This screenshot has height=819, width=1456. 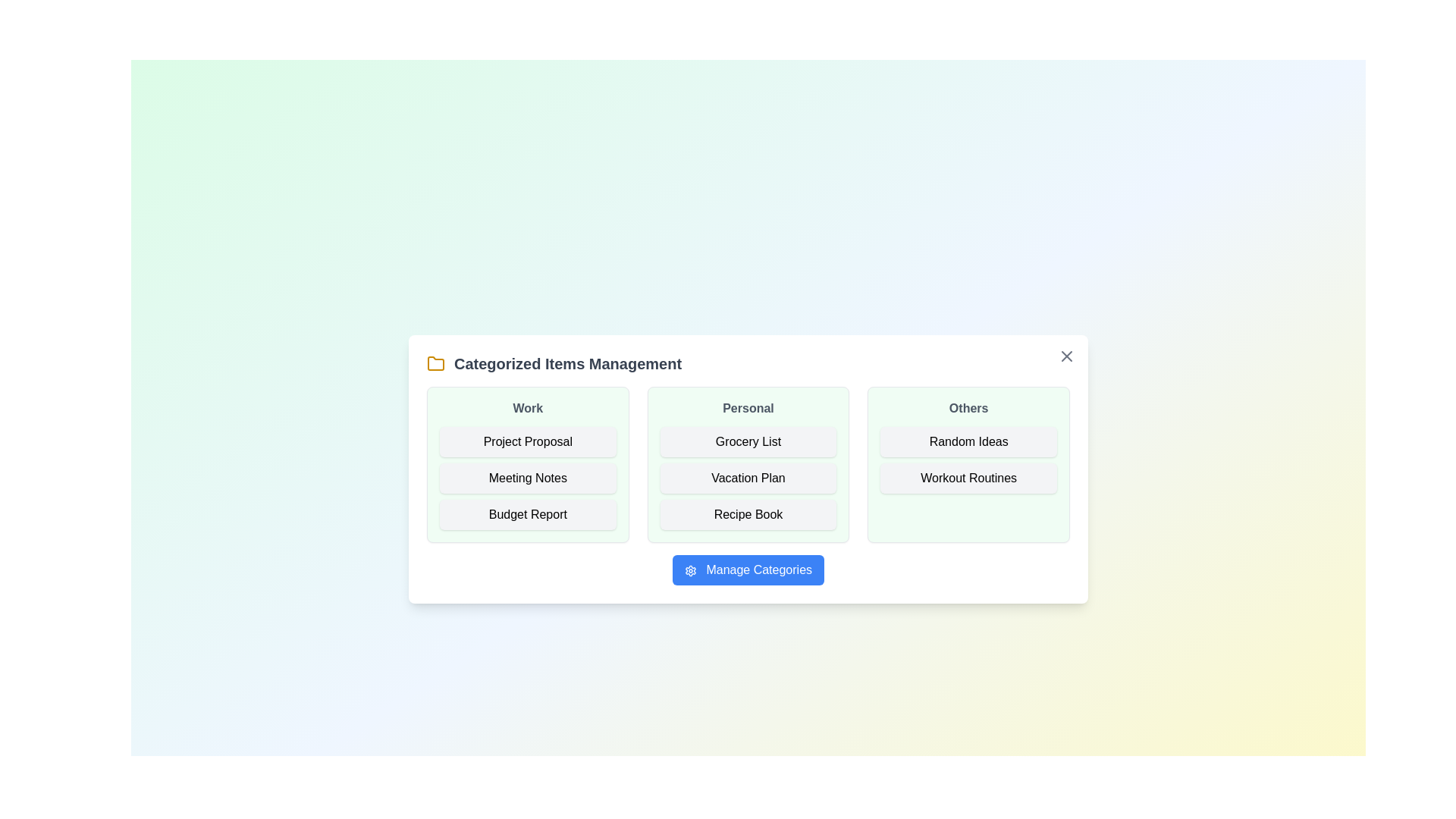 What do you see at coordinates (528, 408) in the screenshot?
I see `the category header Work to select it` at bounding box center [528, 408].